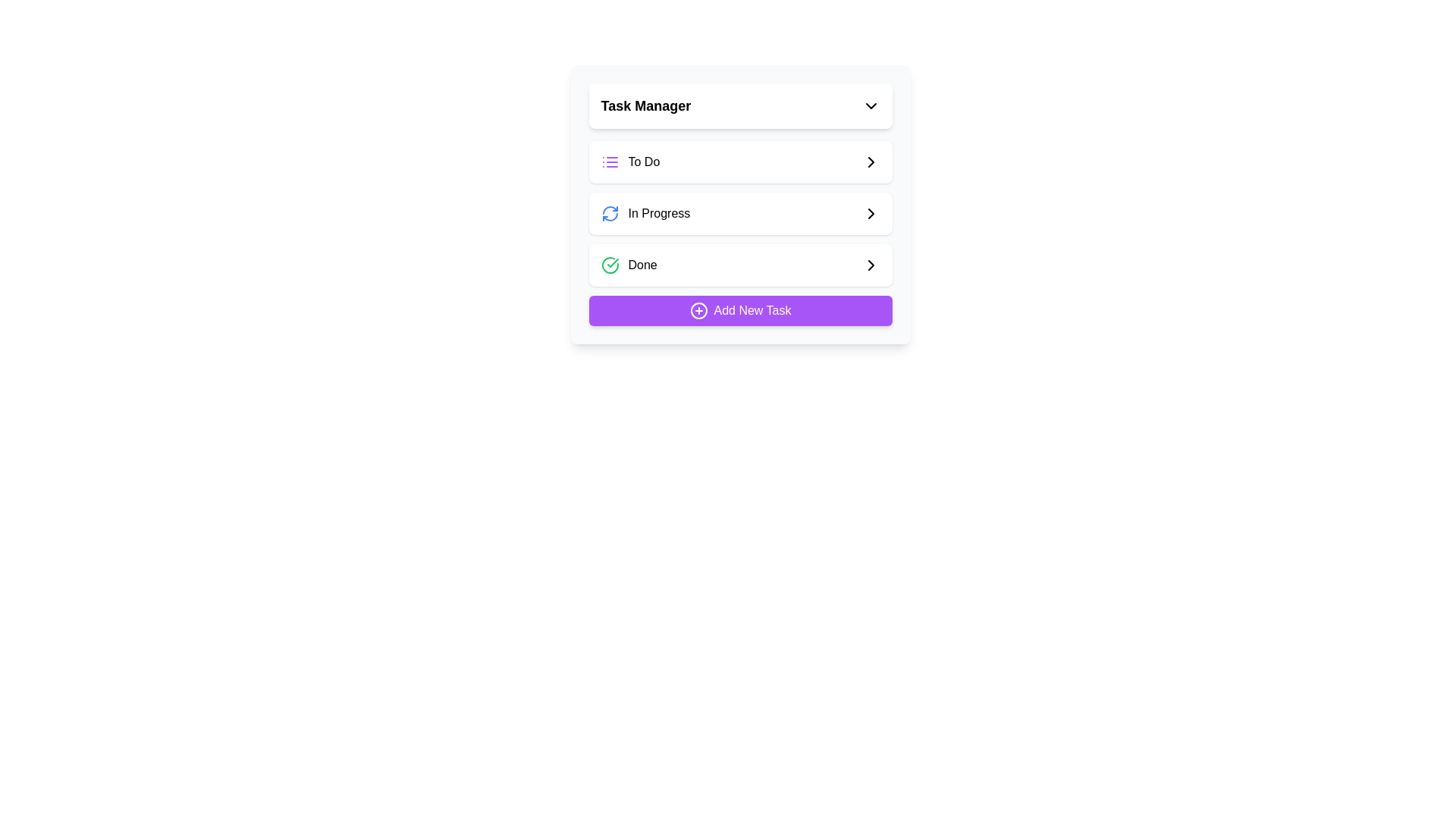 This screenshot has height=819, width=1456. Describe the element at coordinates (871, 213) in the screenshot. I see `the rightward-pointing chevron icon located at the far-right of the 'In Progress' section` at that location.